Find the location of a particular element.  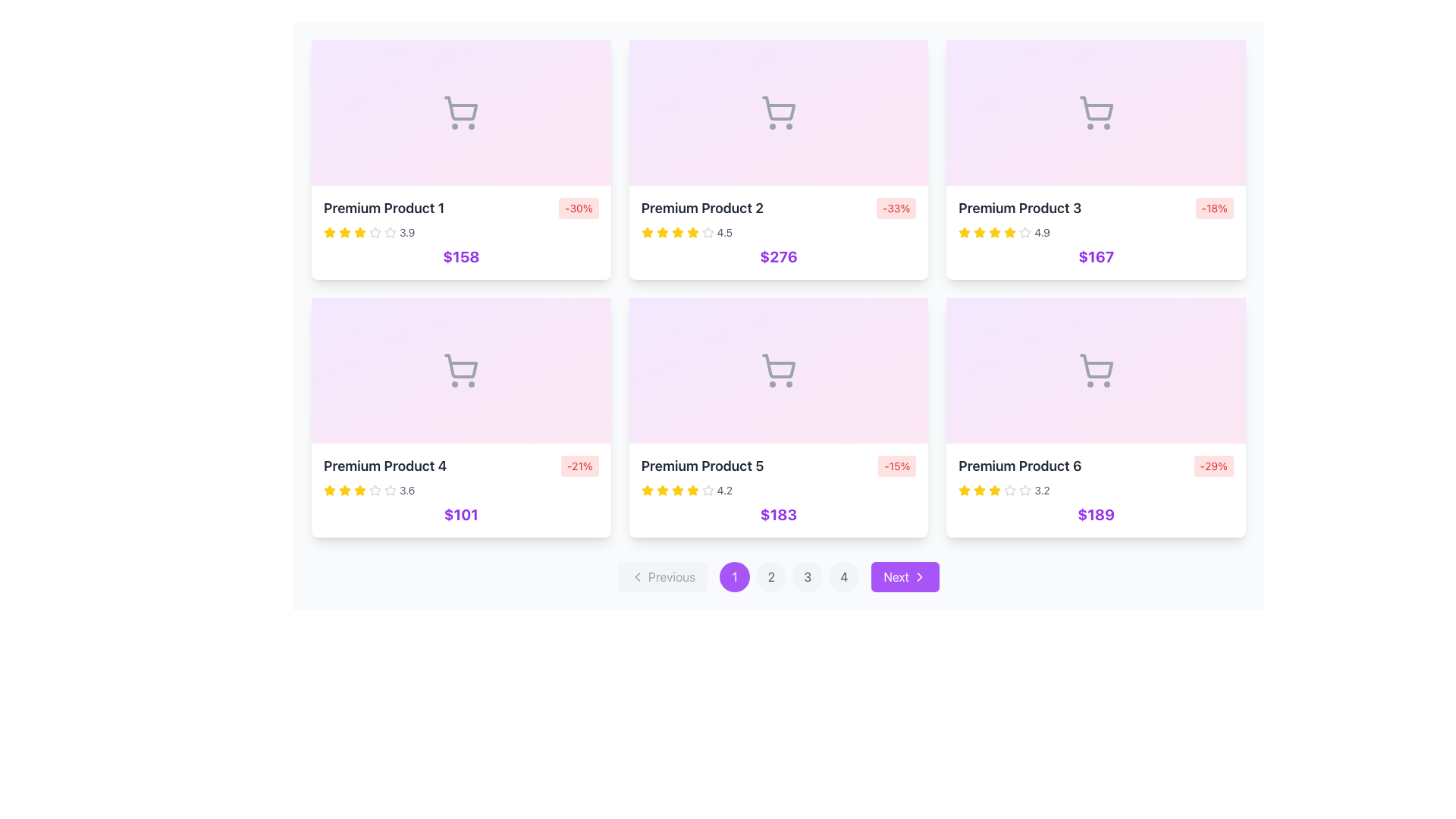

text label that serves as the title for the product in the top-right card of the grid, positioned below the cart icon and above the star rating and price is located at coordinates (1020, 208).